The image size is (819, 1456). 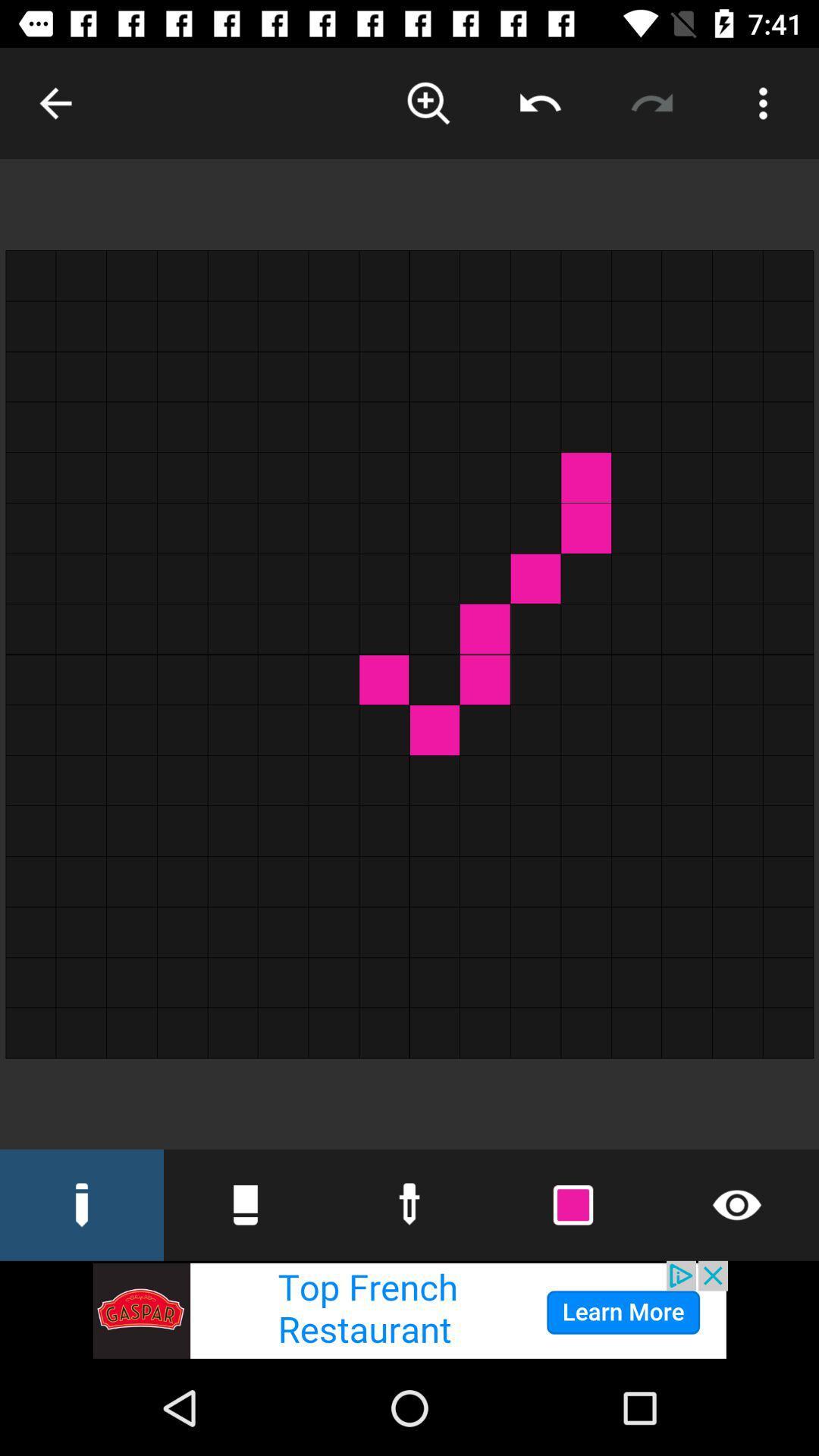 I want to click on the previous, so click(x=55, y=102).